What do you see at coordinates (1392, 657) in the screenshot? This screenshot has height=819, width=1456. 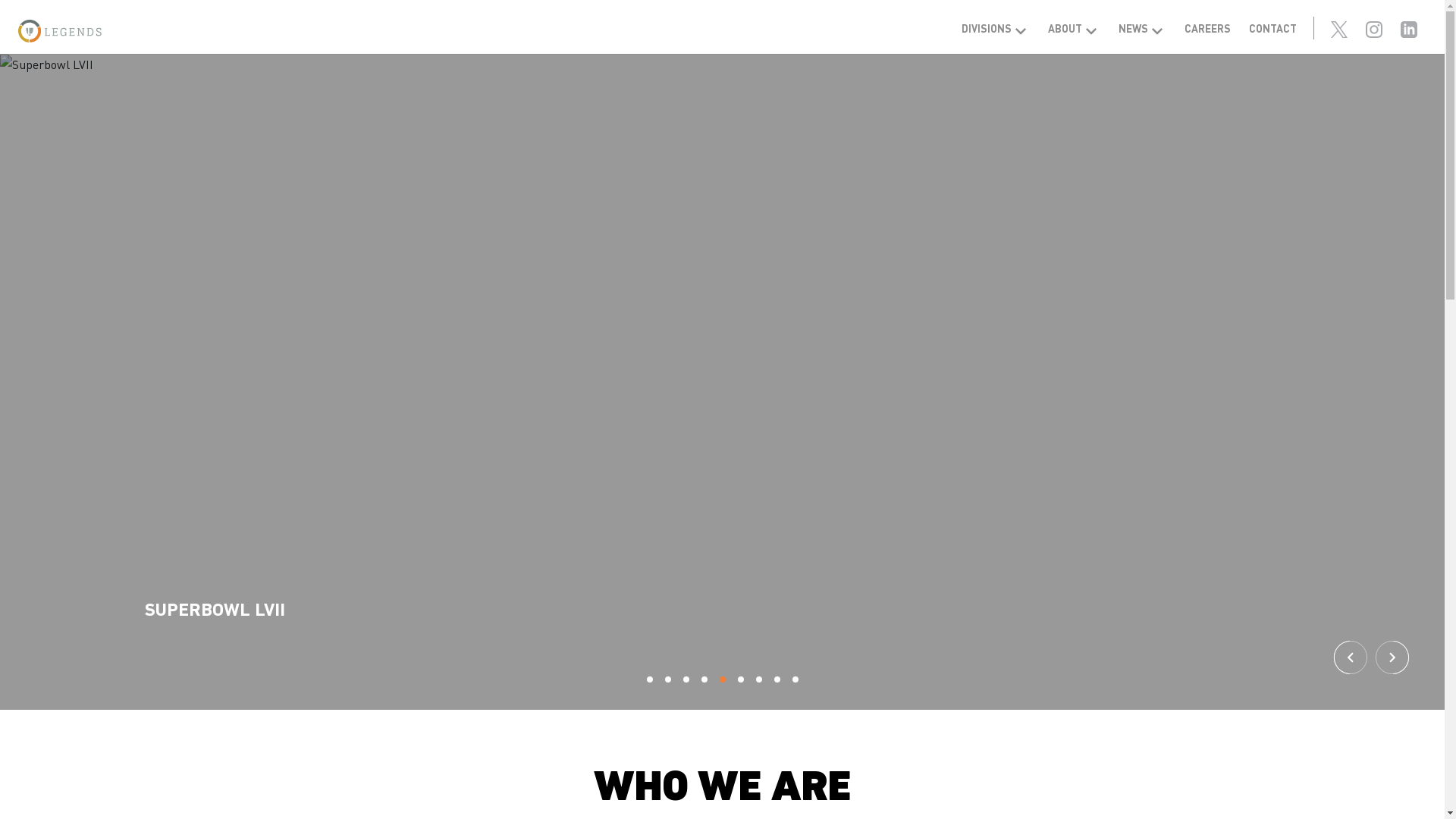 I see `'Next'` at bounding box center [1392, 657].